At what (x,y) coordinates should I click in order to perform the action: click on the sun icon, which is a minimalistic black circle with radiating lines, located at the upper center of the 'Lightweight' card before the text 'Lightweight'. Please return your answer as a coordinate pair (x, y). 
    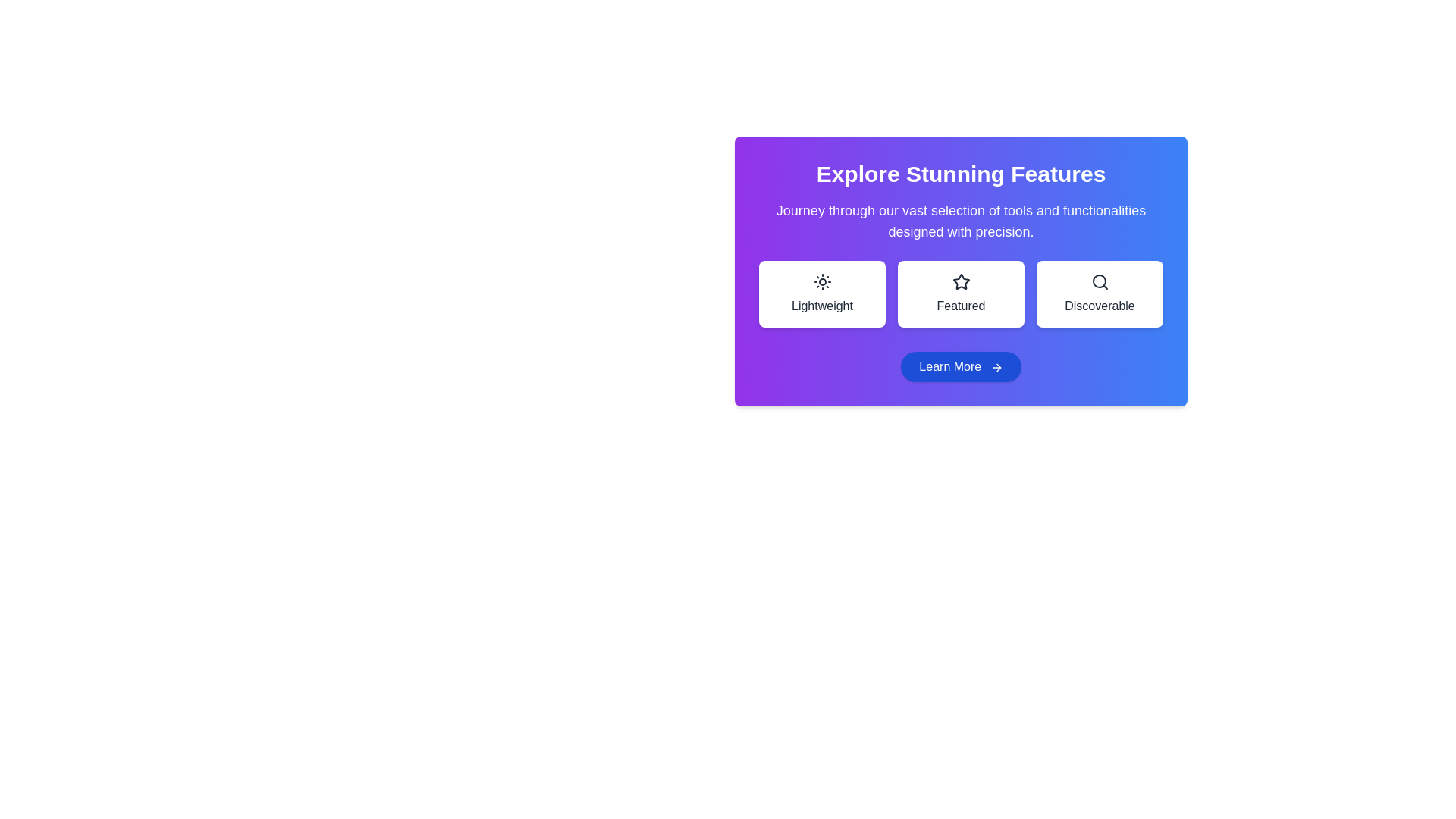
    Looking at the image, I should click on (821, 281).